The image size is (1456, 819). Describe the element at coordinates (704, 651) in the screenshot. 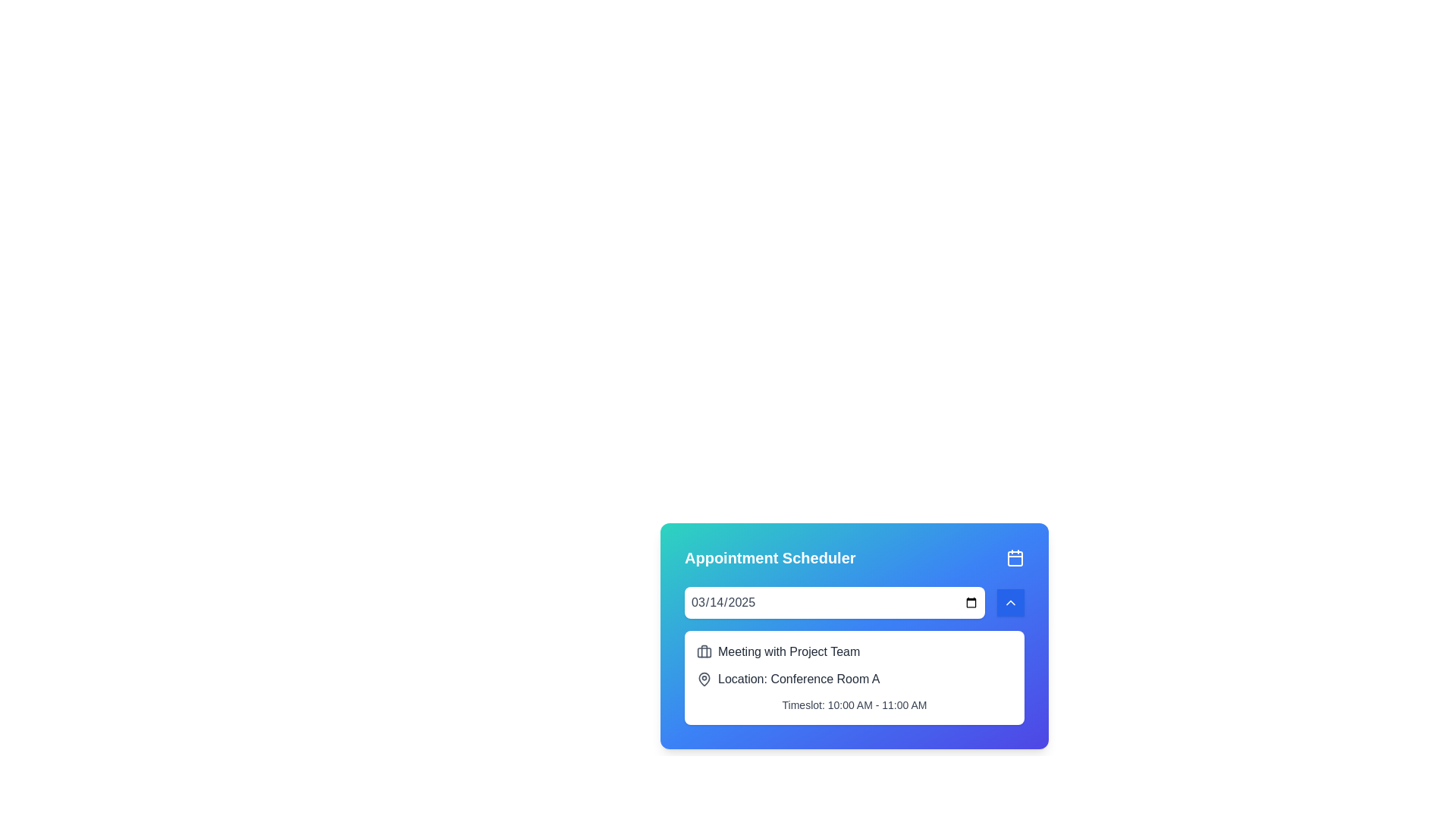

I see `the icon indicating the event 'Meeting with Project Team' located within the 'Appointment Scheduler' card interface` at that location.